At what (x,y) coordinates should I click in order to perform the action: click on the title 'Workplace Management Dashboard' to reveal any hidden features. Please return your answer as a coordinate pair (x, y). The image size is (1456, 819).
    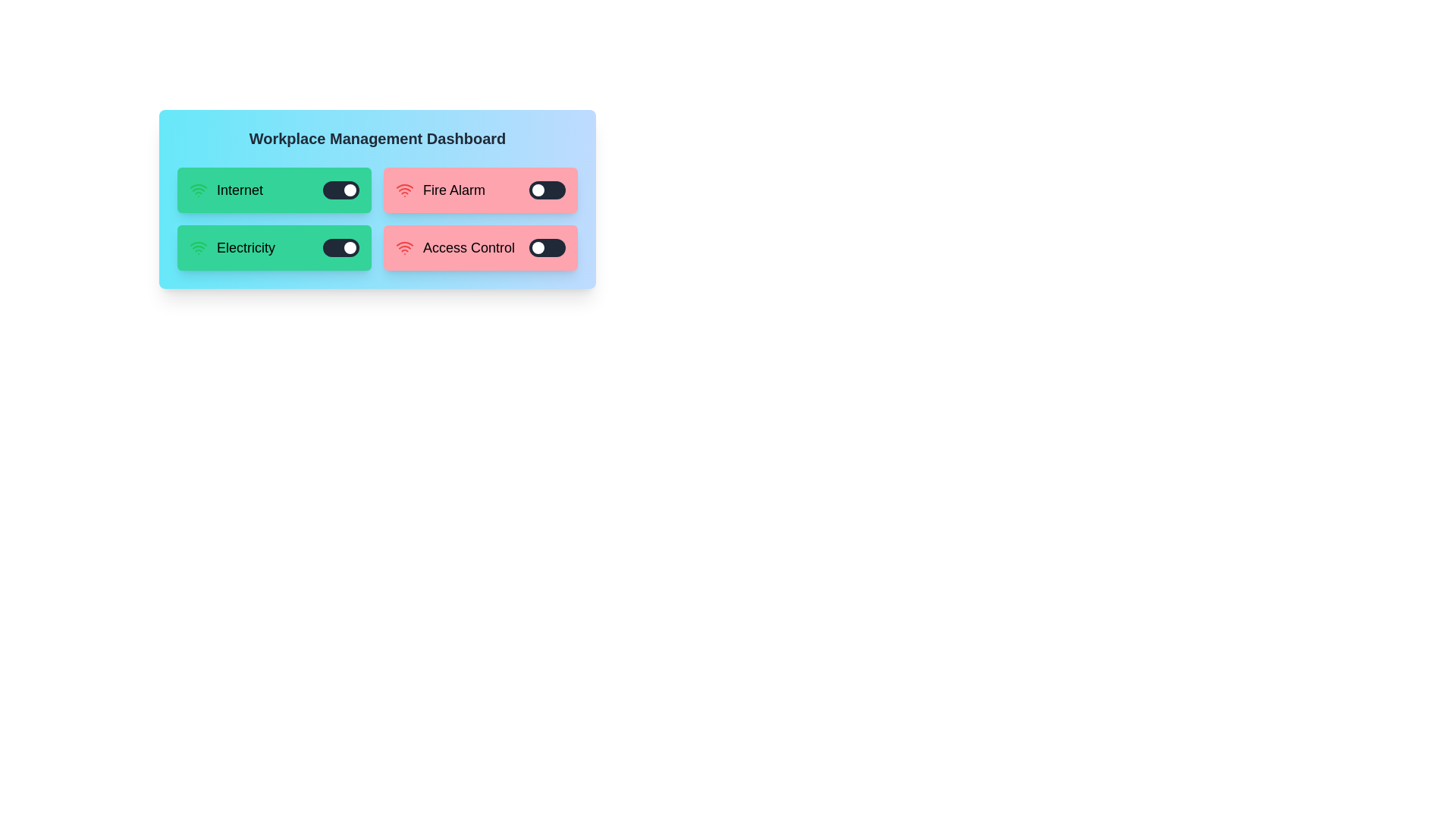
    Looking at the image, I should click on (378, 138).